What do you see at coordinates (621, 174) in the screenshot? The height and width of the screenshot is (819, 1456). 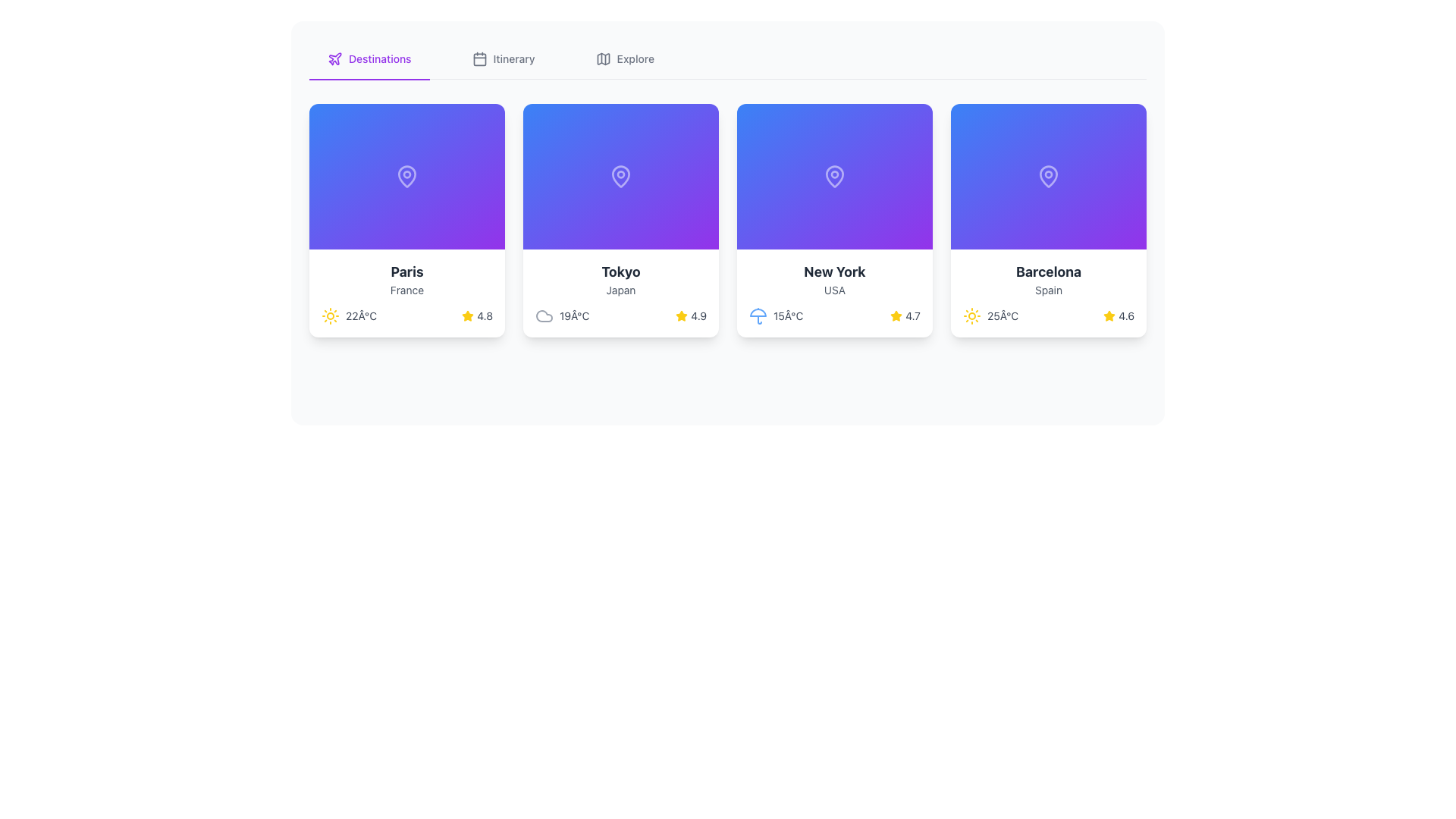 I see `pin icon representing Tokyo, Japan, located within the second card from the left in a horizontal array of four cards` at bounding box center [621, 174].